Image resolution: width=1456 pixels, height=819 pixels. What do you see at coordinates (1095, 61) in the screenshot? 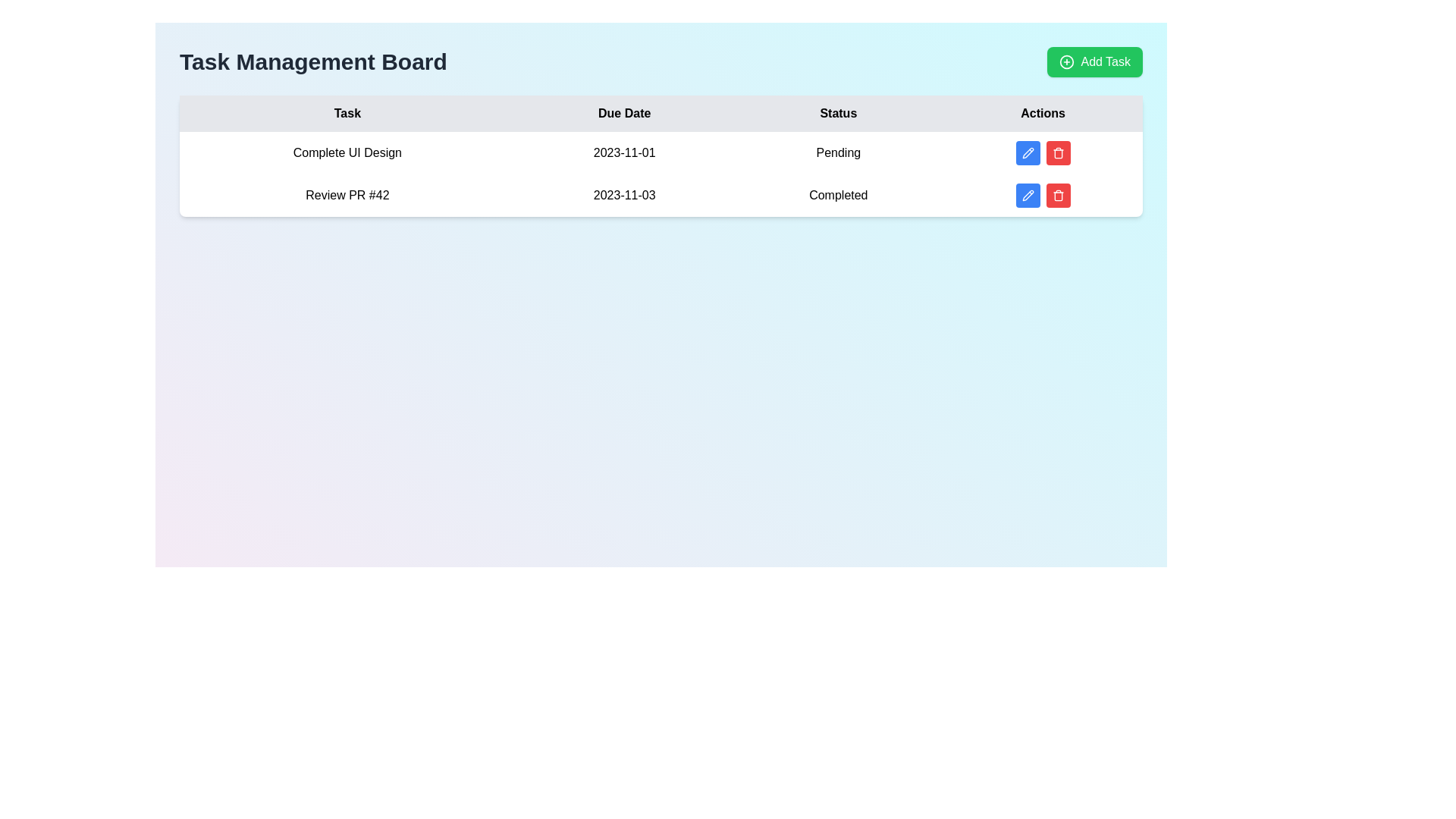
I see `the button located in the top-right corner of the interface next to the 'Task Management Board' header` at bounding box center [1095, 61].